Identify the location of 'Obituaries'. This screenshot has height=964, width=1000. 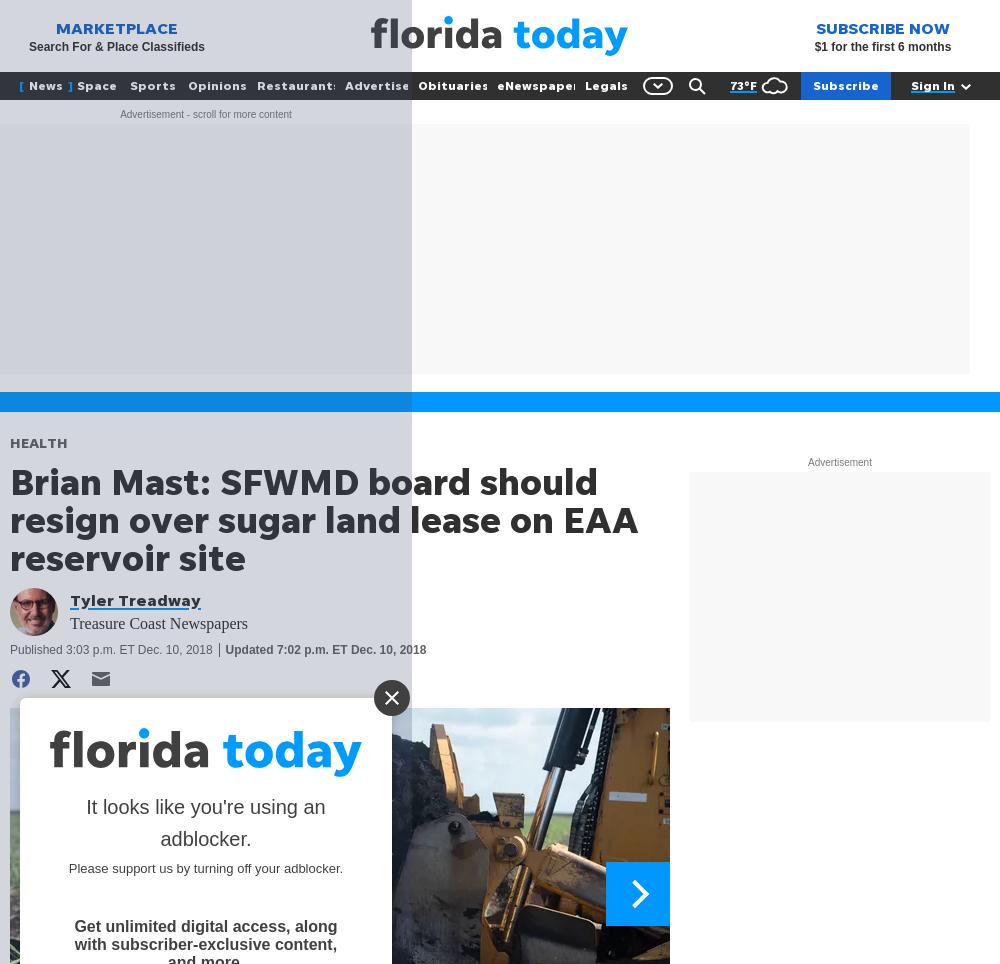
(452, 84).